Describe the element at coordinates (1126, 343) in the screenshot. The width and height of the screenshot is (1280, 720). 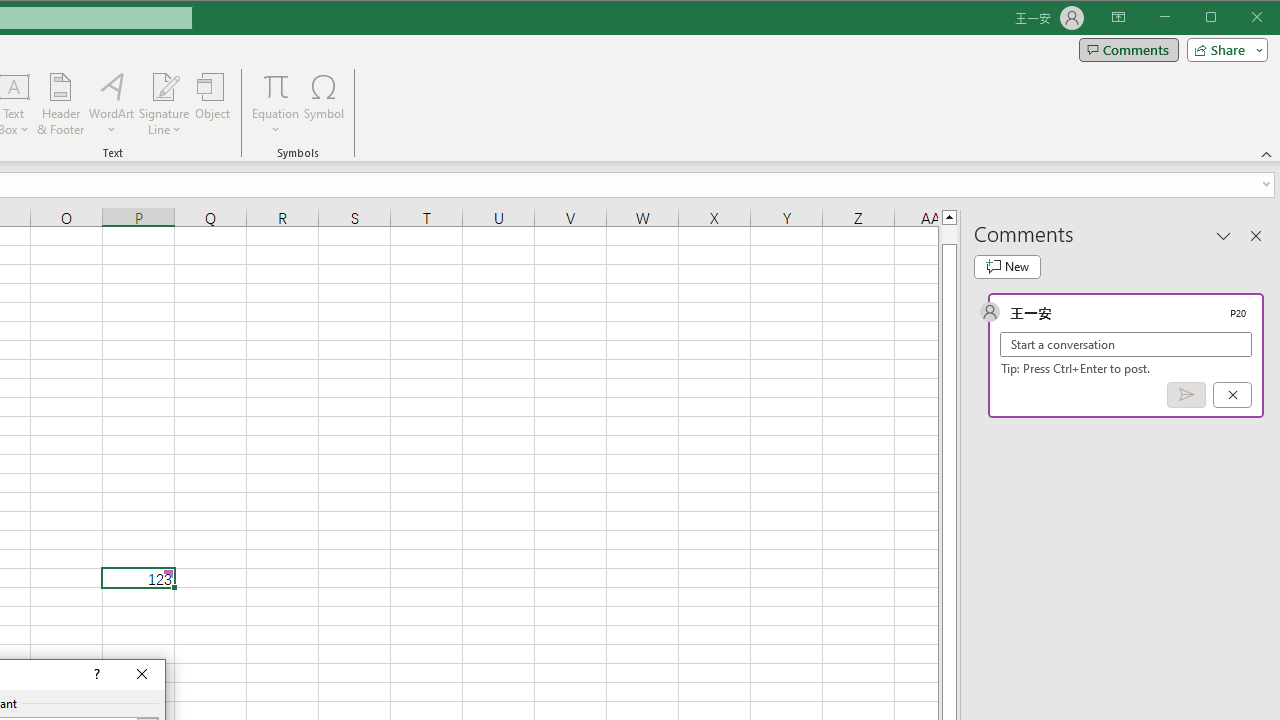
I see `'Start a conversation'` at that location.